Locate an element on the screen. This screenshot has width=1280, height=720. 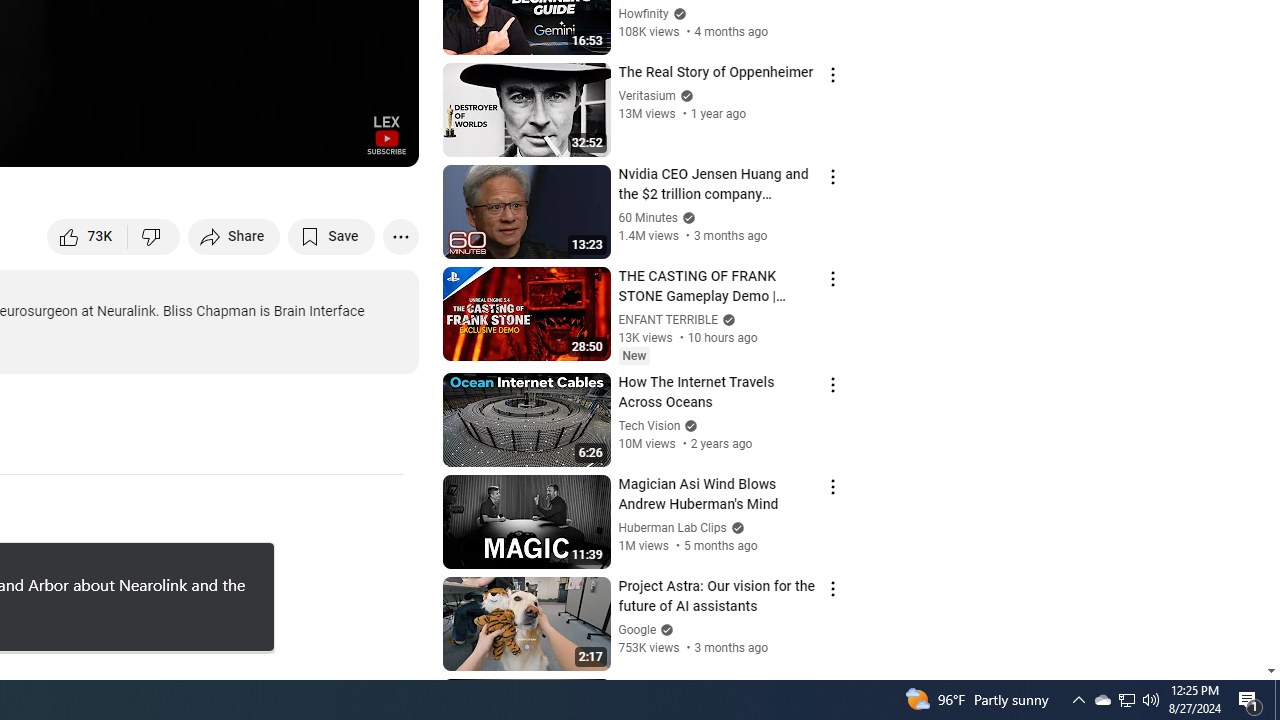
'Channel watermark' is located at coordinates (386, 135).